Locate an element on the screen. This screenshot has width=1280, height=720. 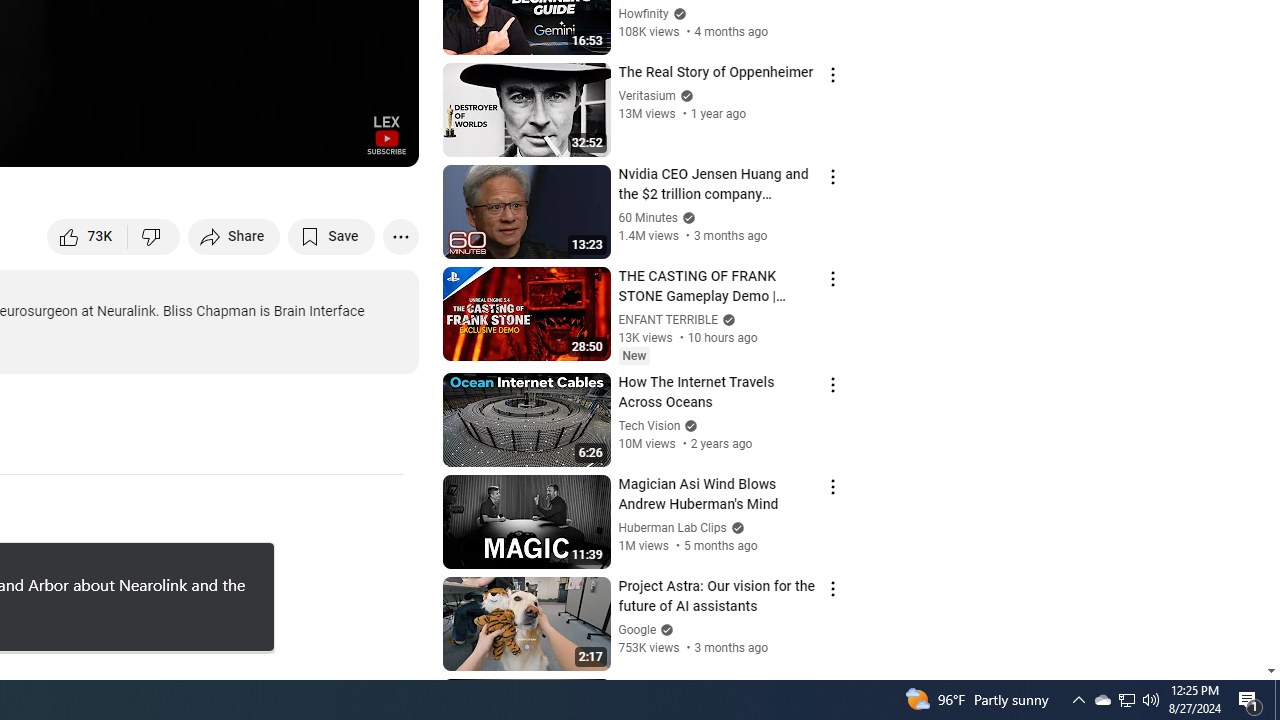
'Channel watermark' is located at coordinates (386, 135).